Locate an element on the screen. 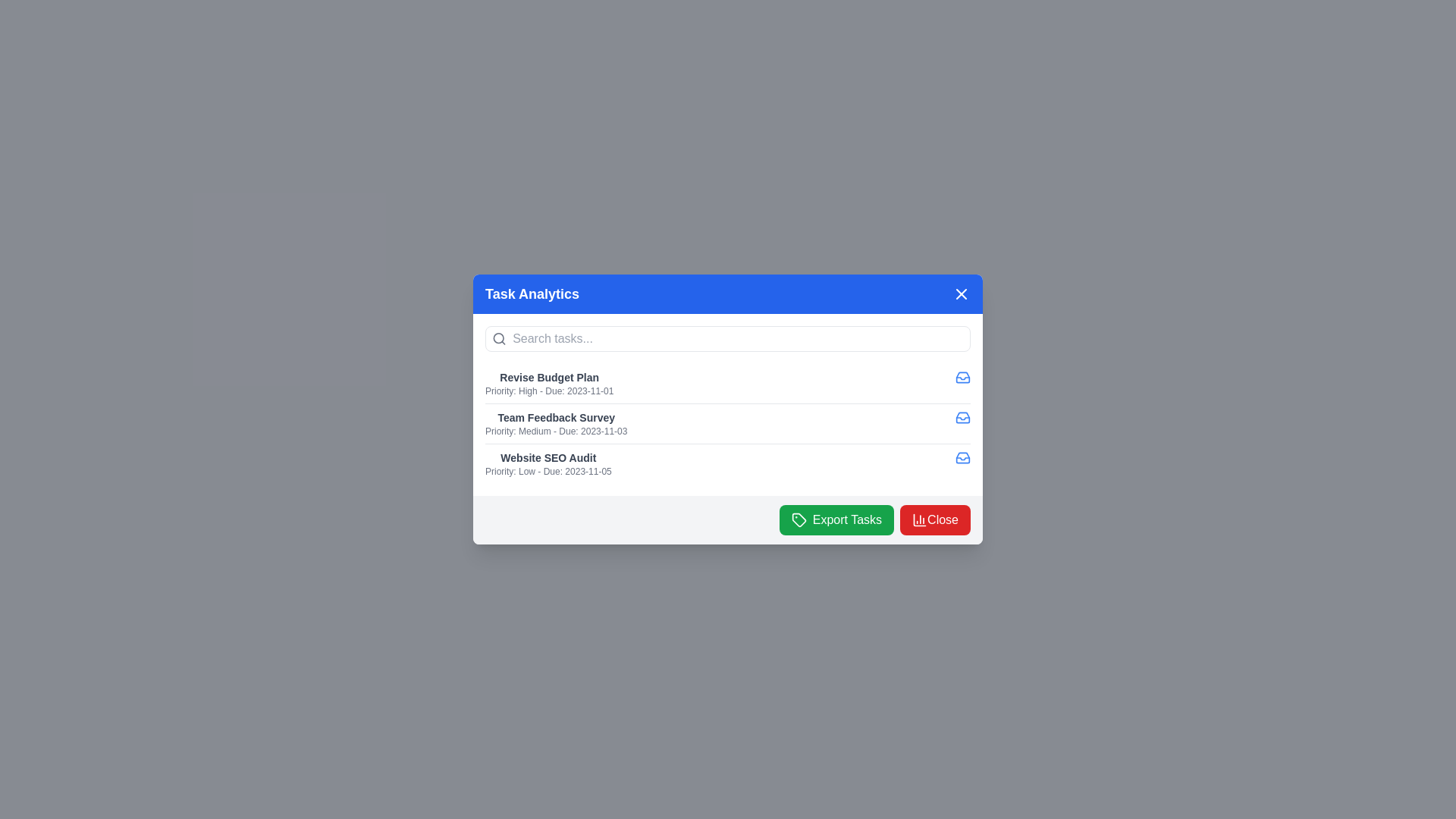 The width and height of the screenshot is (1456, 819). the small red column chart icon located on the left side of the 'Close' text within the 'Close' button at the bottom right corner of the modal is located at coordinates (919, 519).